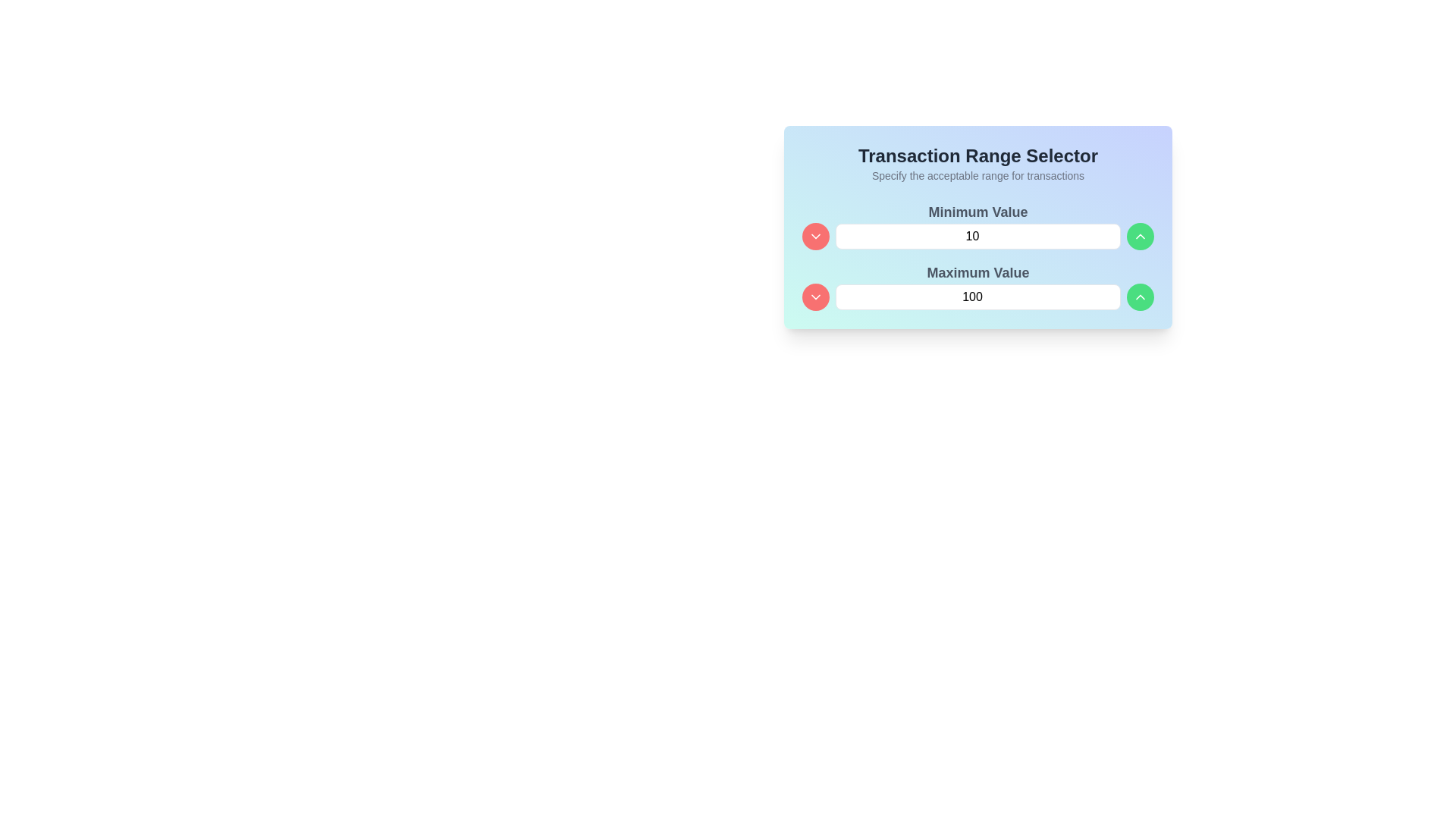 Image resolution: width=1456 pixels, height=819 pixels. I want to click on the 'Minimum Value' text label, which is styled in a larger, bold gray font and positioned at the top center of its component group, so click(978, 212).